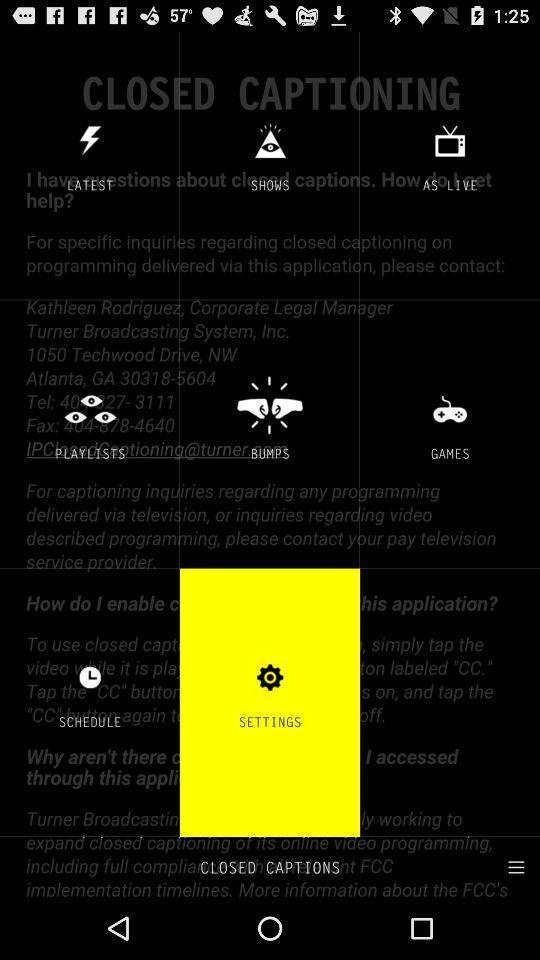 This screenshot has height=960, width=540. What do you see at coordinates (89, 139) in the screenshot?
I see `icon above latest at top left corner` at bounding box center [89, 139].